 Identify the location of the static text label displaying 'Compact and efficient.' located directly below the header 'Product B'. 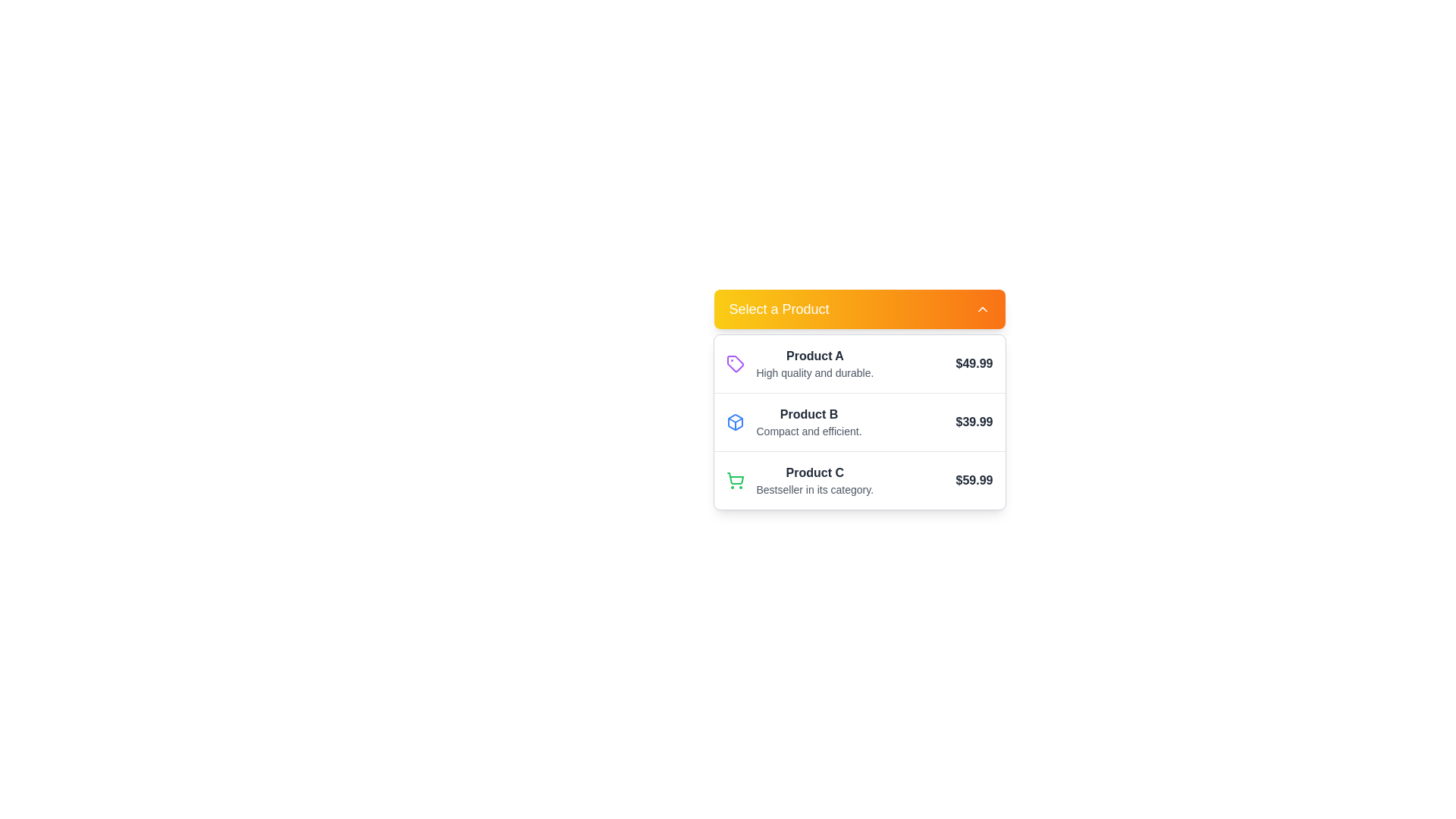
(808, 431).